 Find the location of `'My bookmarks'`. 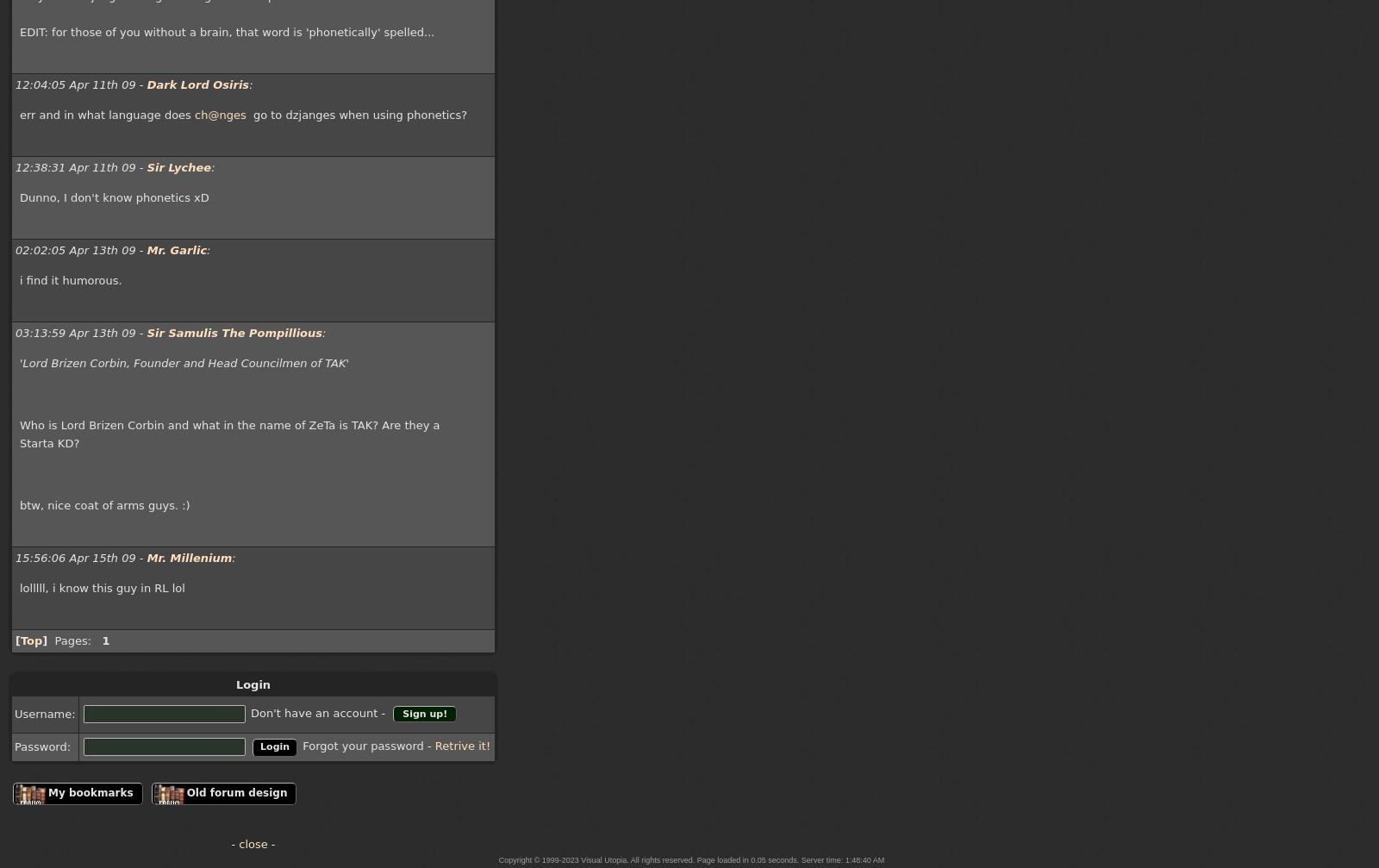

'My bookmarks' is located at coordinates (89, 790).